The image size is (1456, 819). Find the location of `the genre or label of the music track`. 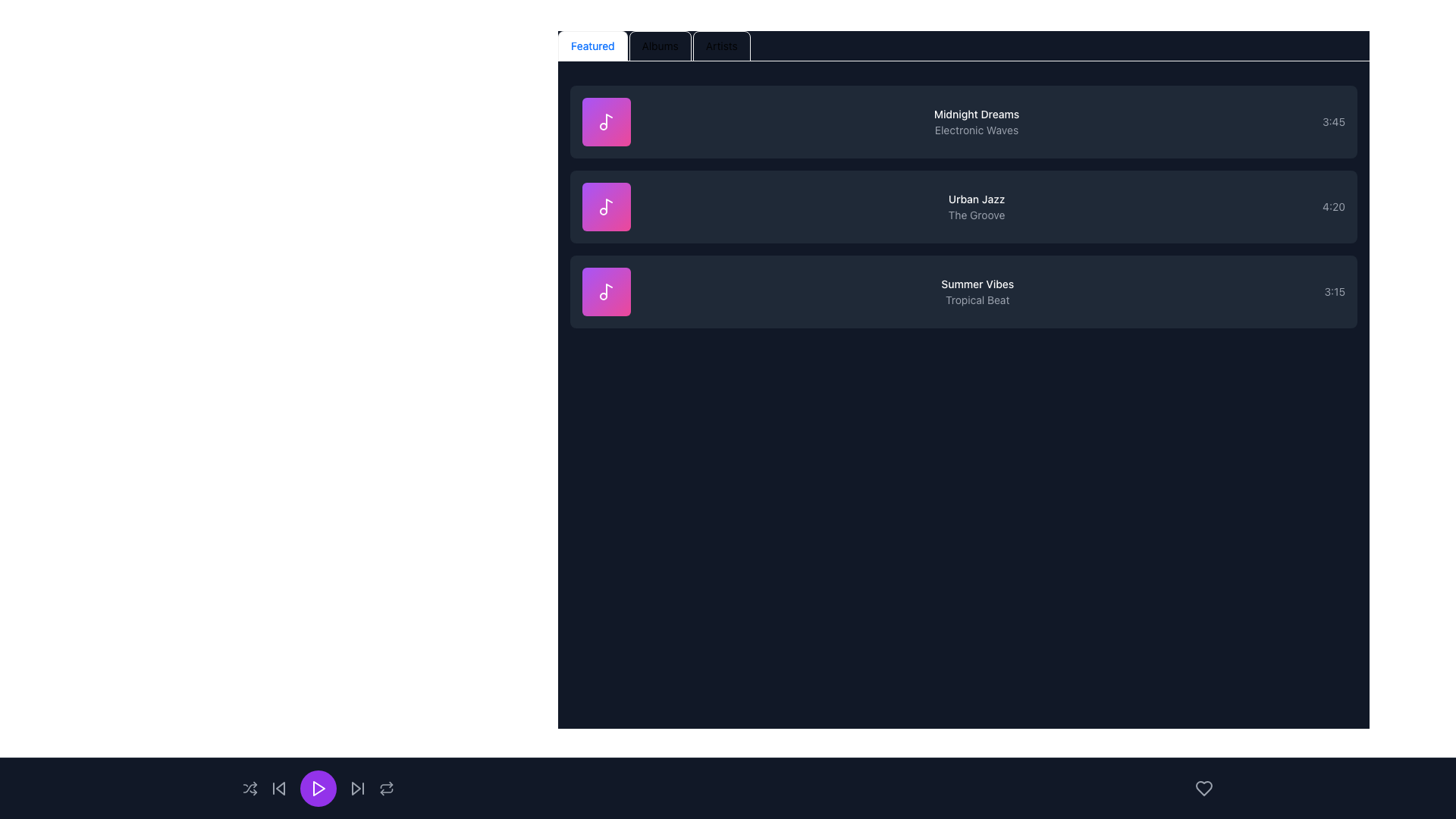

the genre or label of the music track is located at coordinates (977, 215).